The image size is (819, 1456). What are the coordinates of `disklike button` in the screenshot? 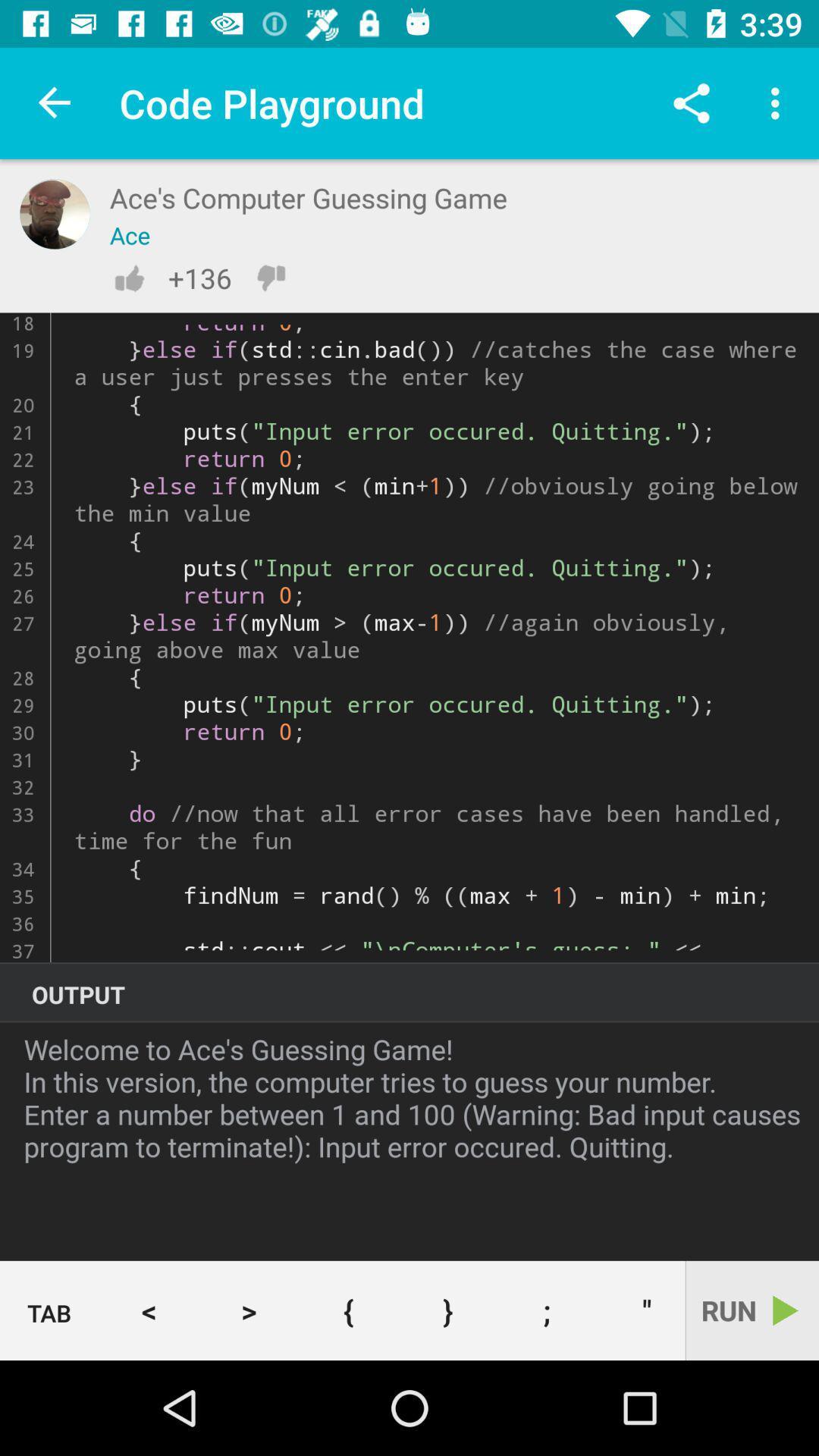 It's located at (270, 278).